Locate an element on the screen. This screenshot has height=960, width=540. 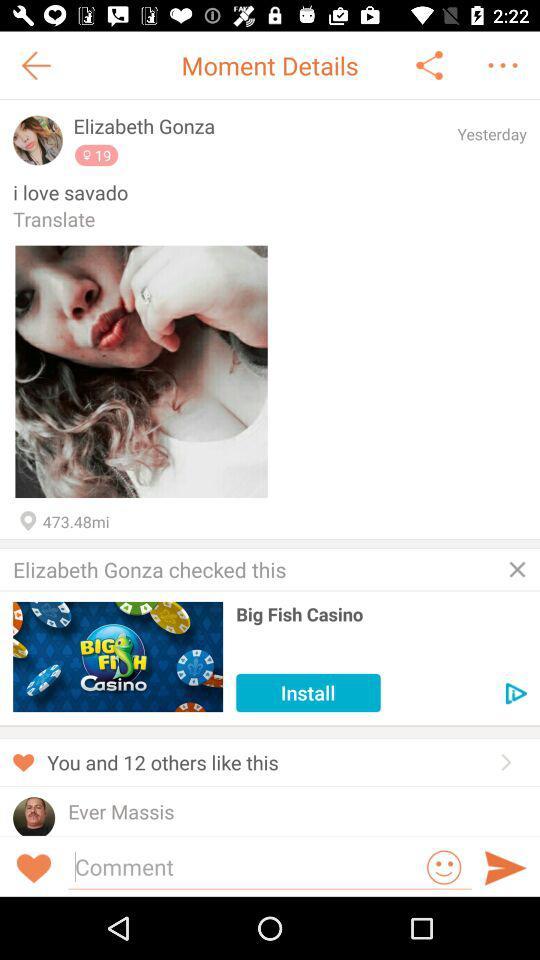
ever massis icon is located at coordinates (121, 811).